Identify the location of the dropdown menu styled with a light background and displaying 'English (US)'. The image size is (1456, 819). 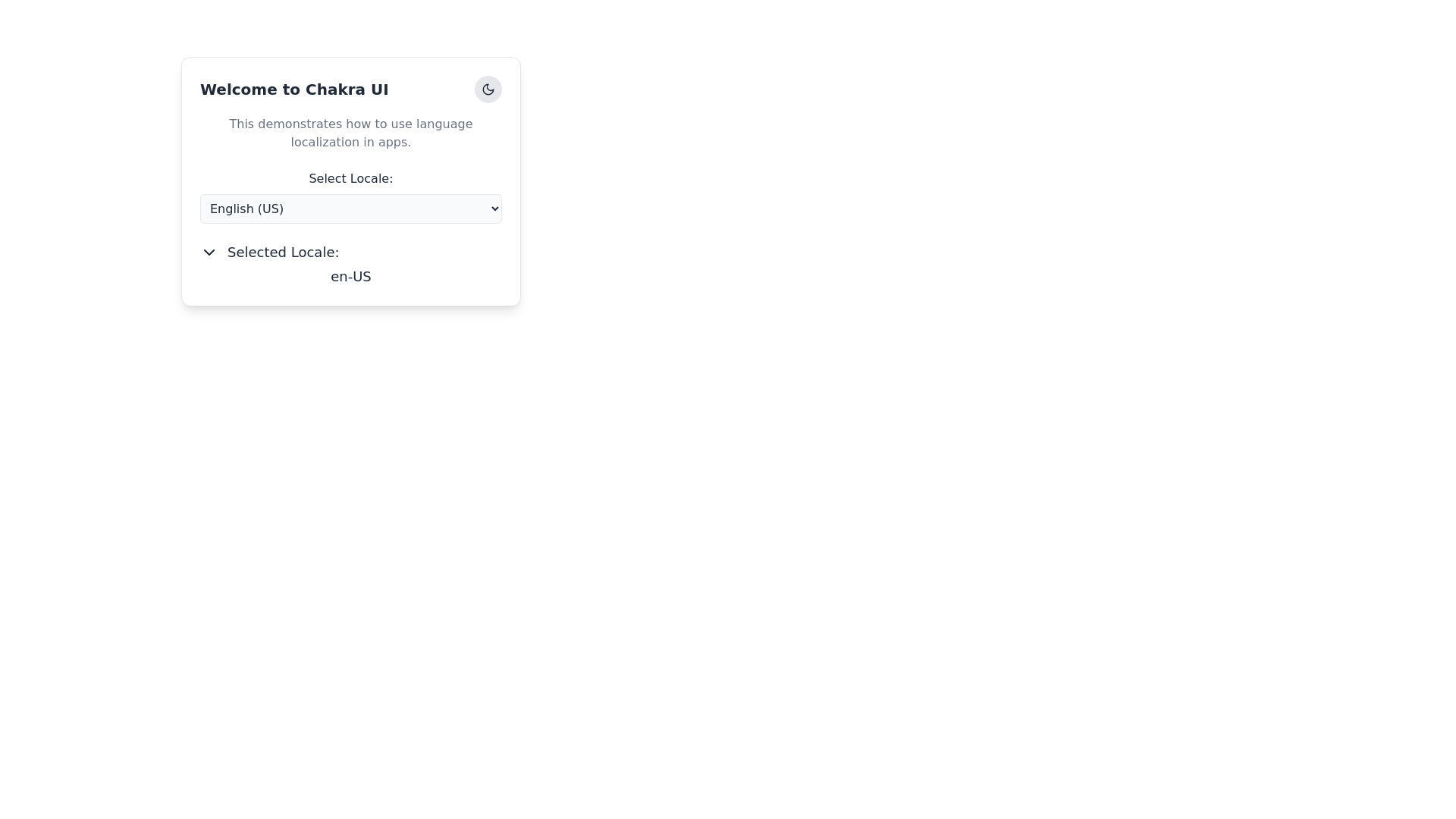
(350, 209).